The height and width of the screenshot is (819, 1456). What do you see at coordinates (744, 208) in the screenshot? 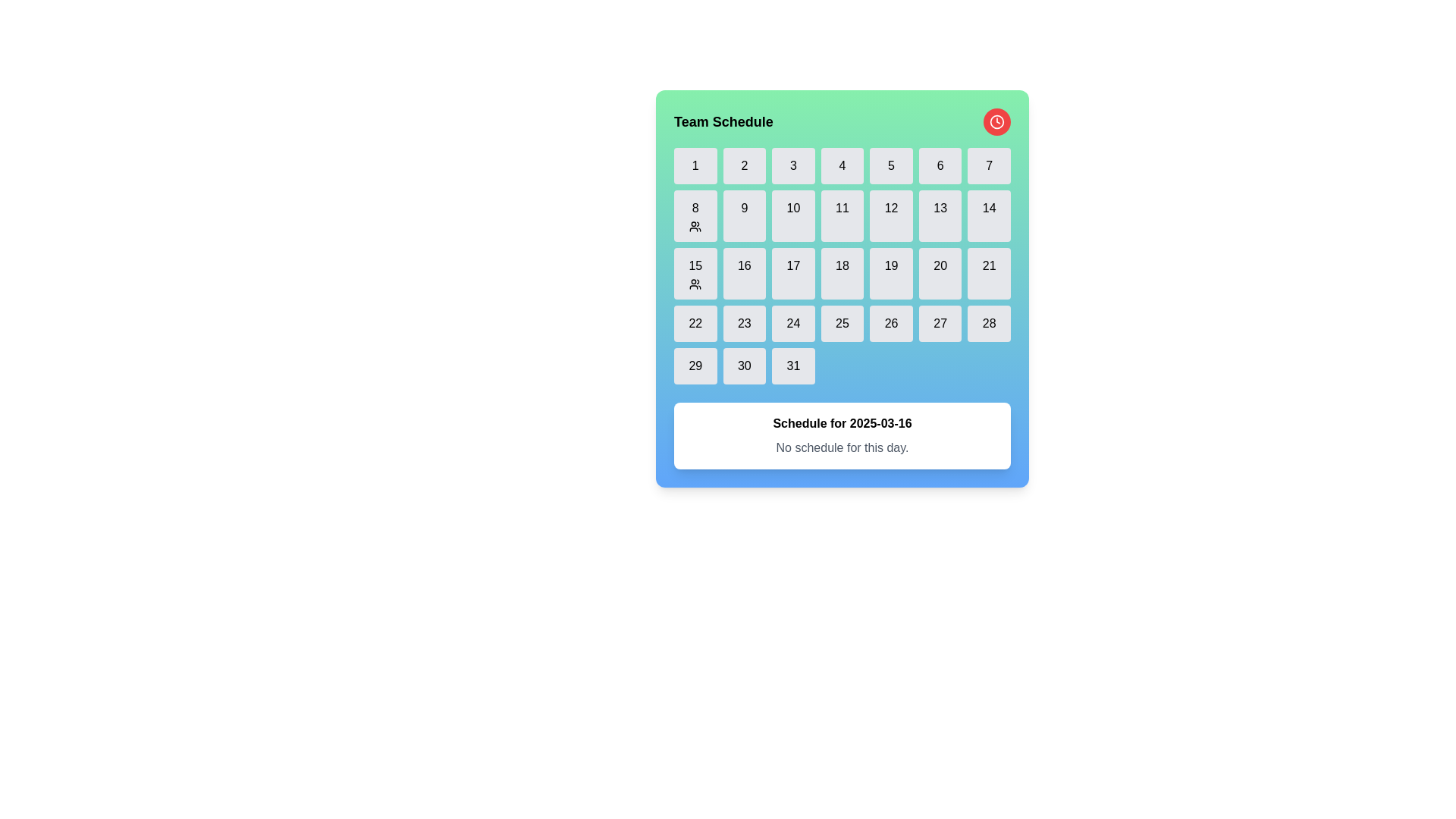
I see `number displayed in the Text Label that shows the date '9' in the calendar grid, located at the center of the bounding box coordinates` at bounding box center [744, 208].